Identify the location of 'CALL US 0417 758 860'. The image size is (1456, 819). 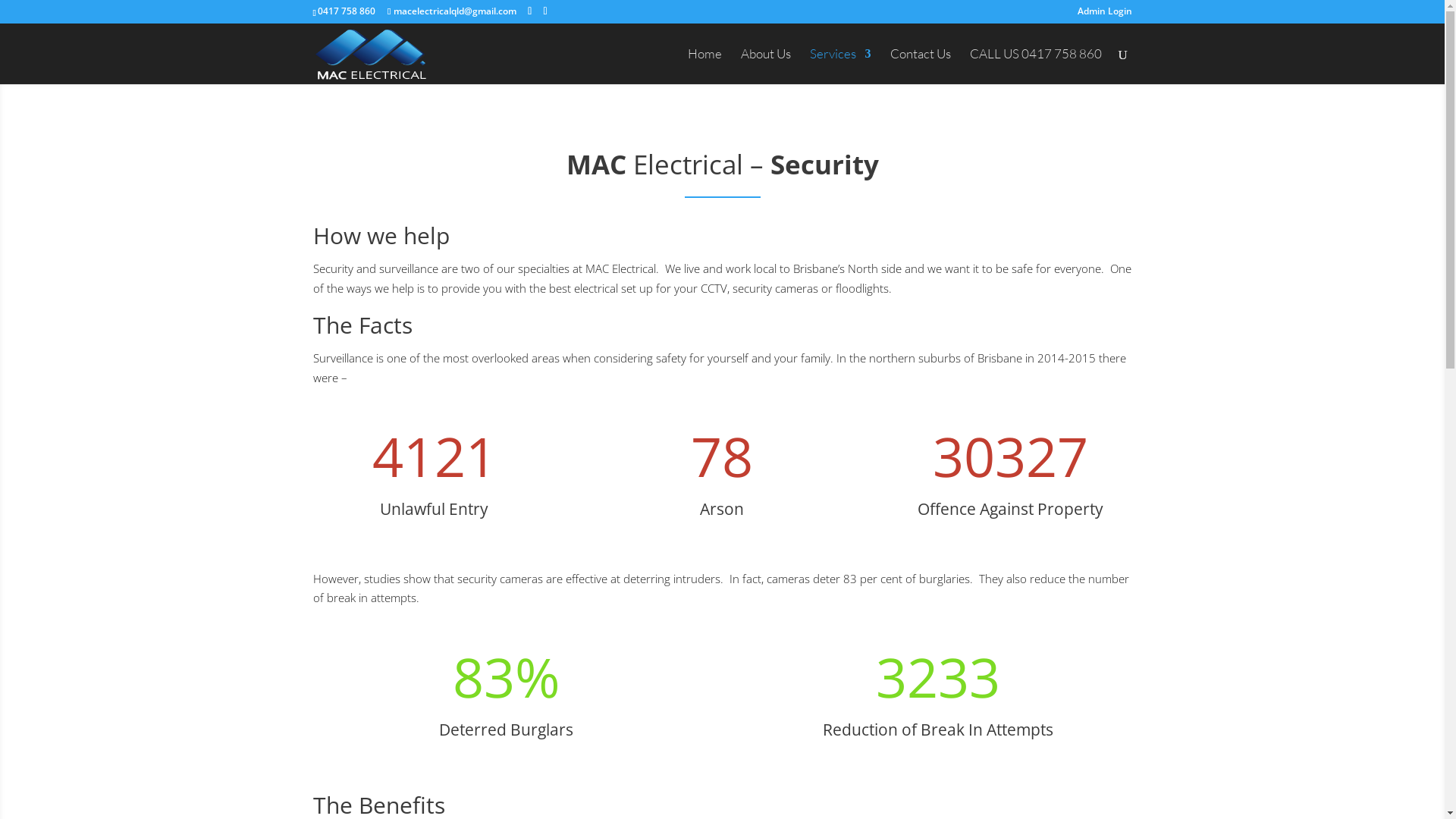
(1034, 65).